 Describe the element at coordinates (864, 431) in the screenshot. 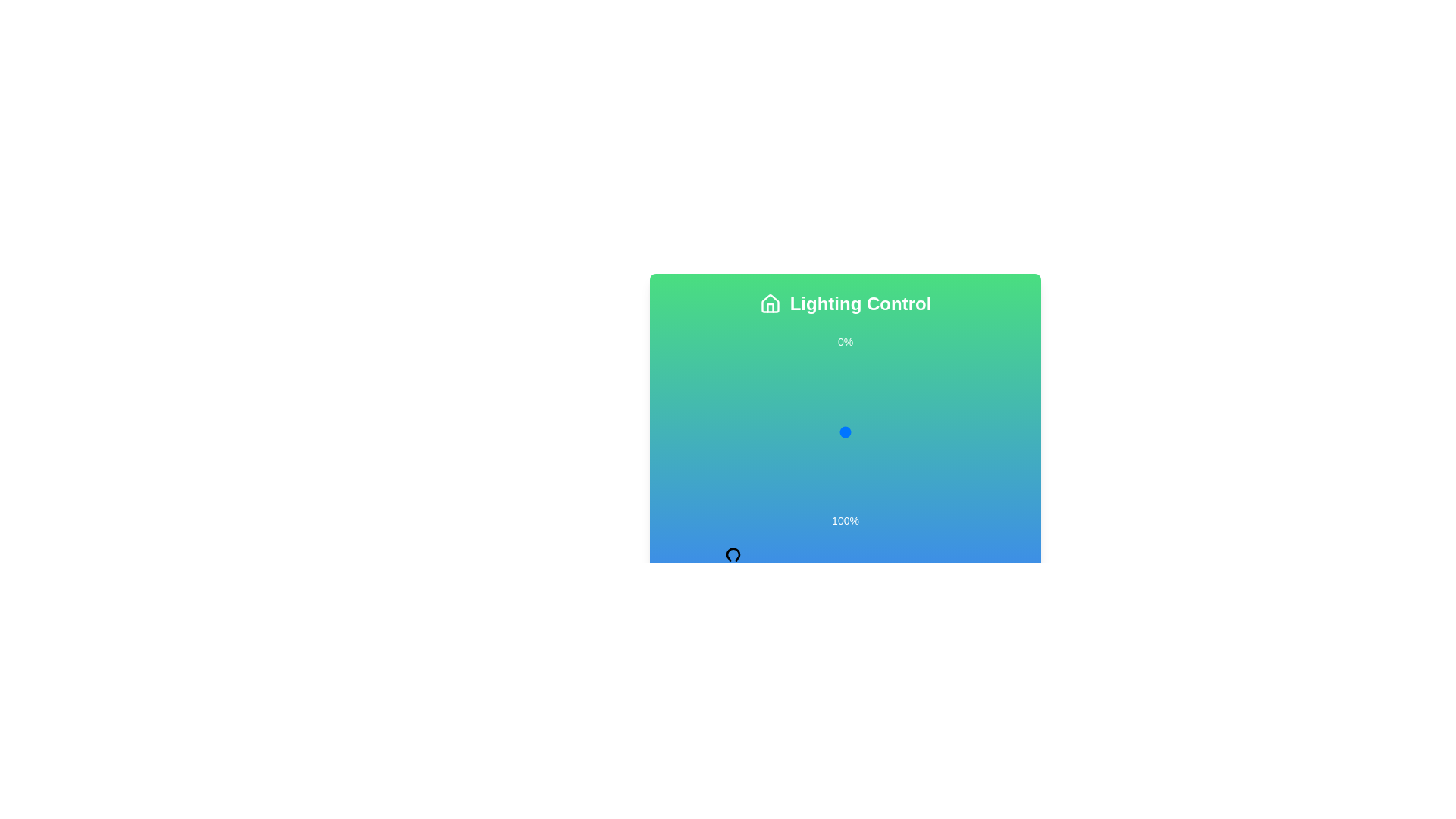

I see `the lighting level percentage` at that location.